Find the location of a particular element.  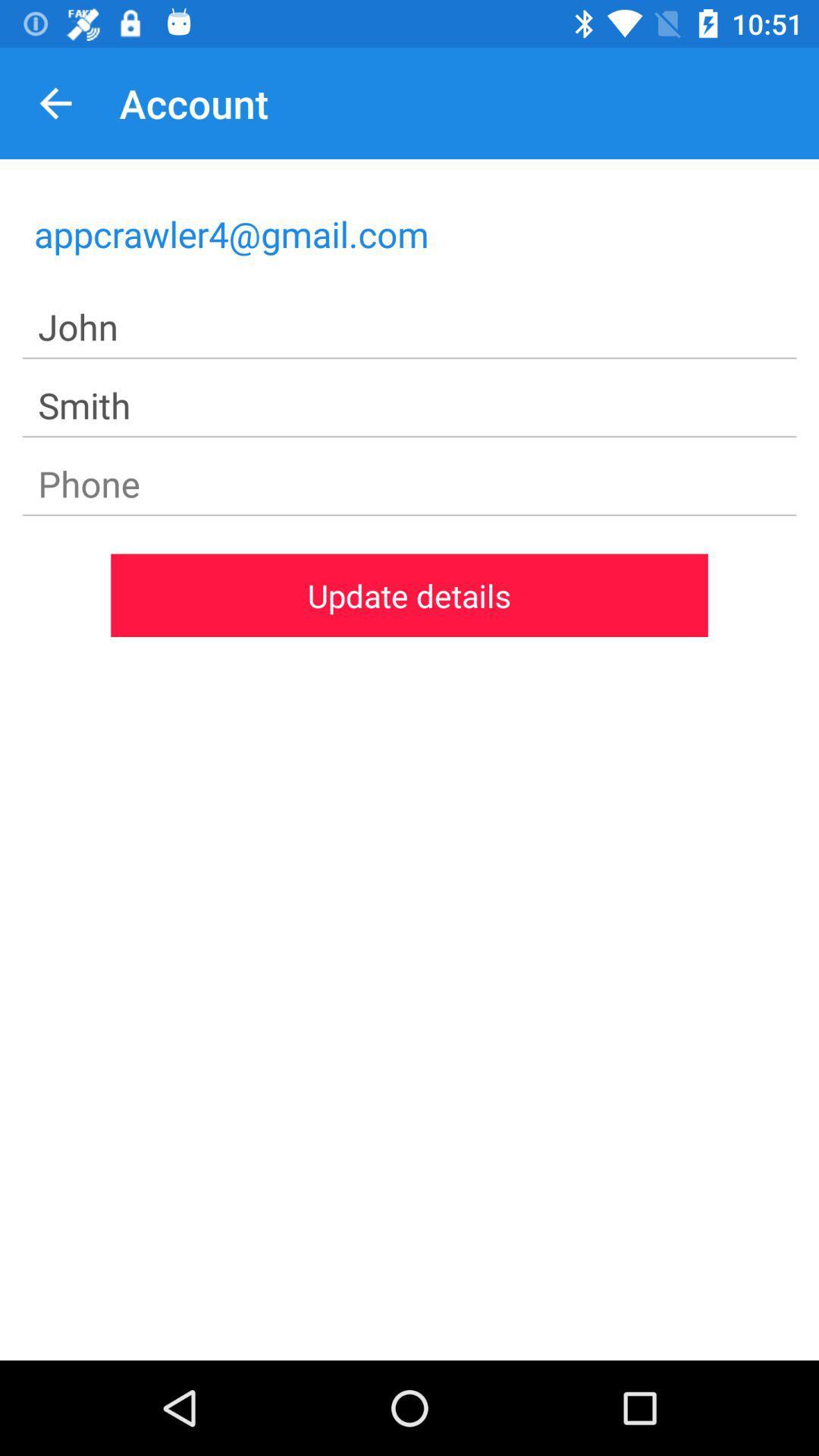

john icon is located at coordinates (409, 327).